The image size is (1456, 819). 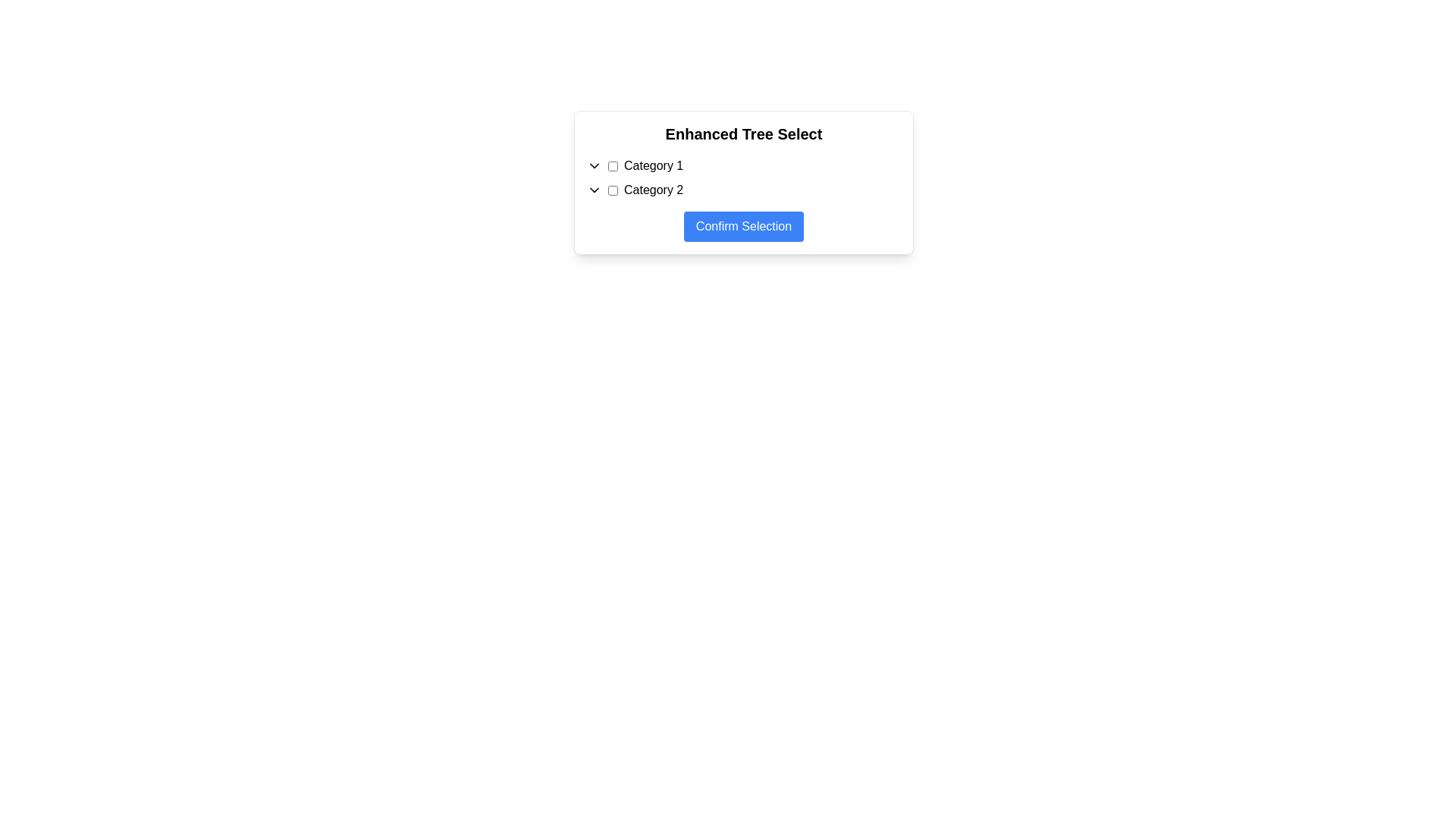 What do you see at coordinates (743, 189) in the screenshot?
I see `the selectable category option labeled 'Category 2'` at bounding box center [743, 189].